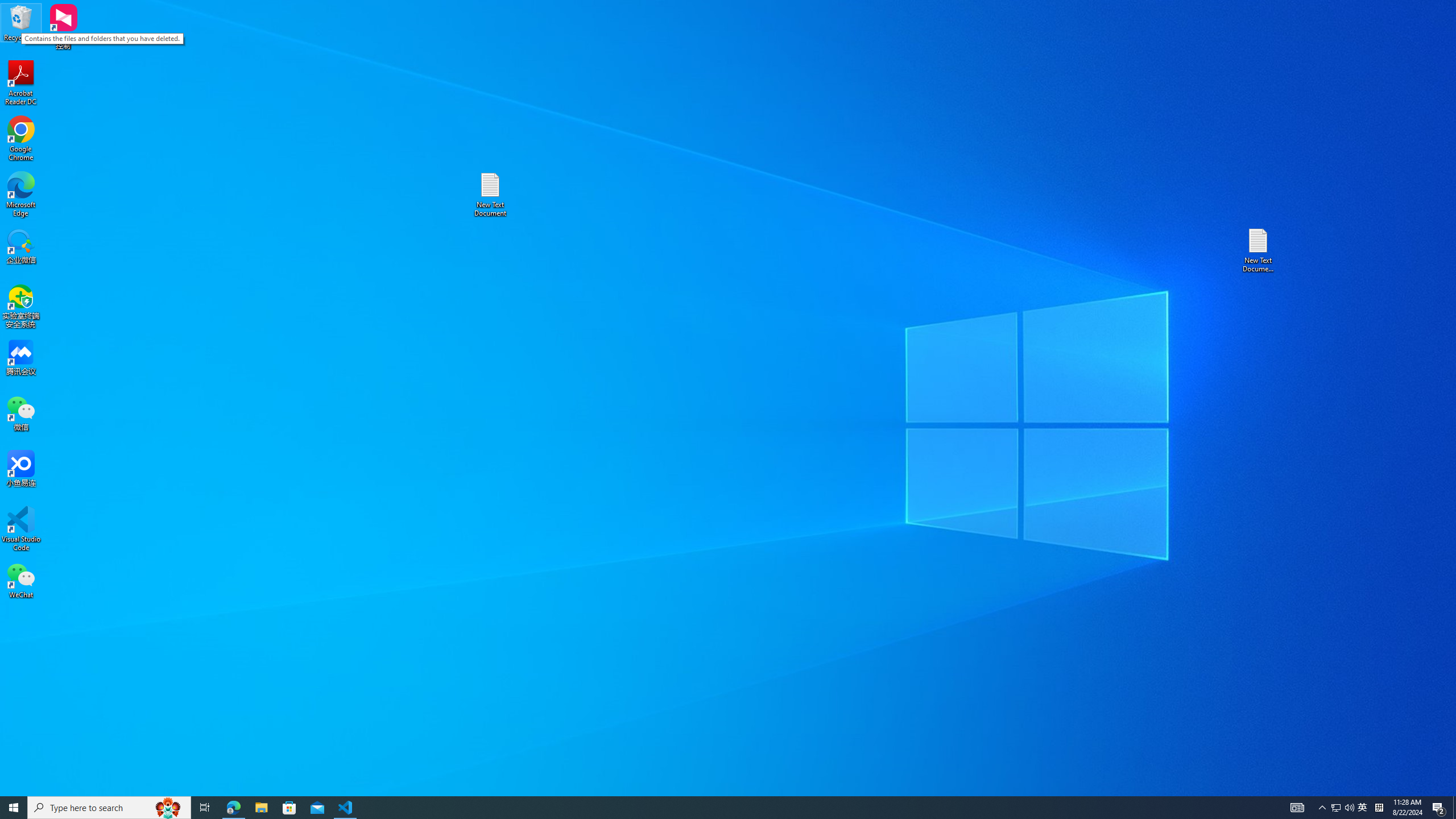 The image size is (1456, 819). I want to click on 'Google Chrome', so click(20, 139).